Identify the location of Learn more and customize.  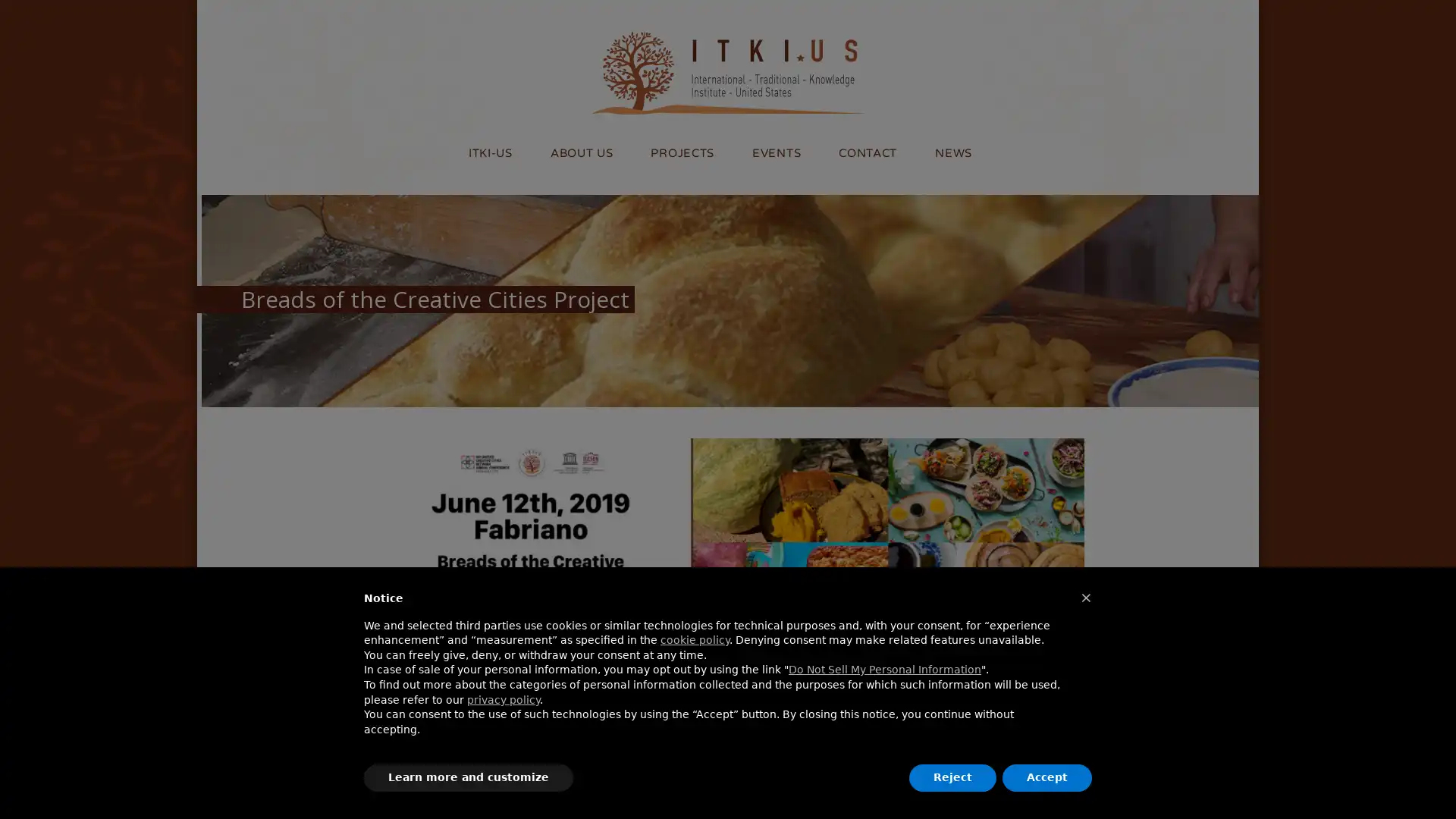
(468, 778).